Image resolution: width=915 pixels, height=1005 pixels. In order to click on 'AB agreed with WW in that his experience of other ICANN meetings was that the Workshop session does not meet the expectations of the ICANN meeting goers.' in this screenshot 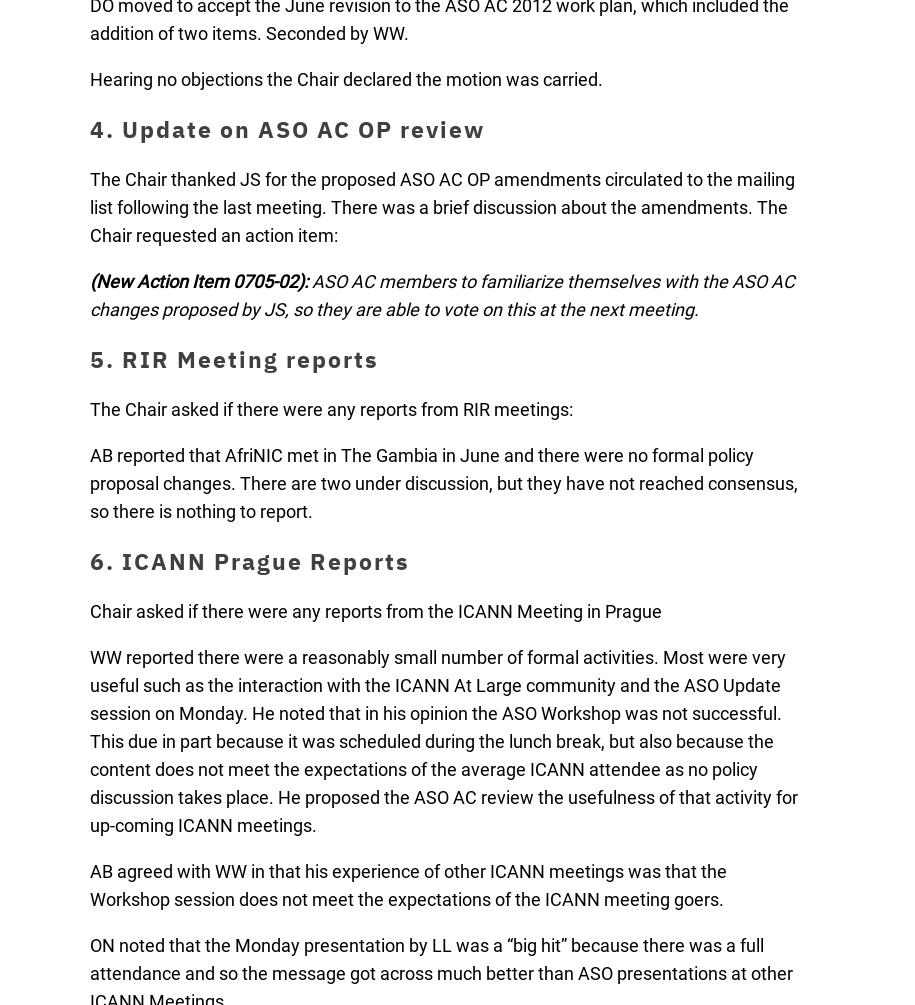, I will do `click(408, 884)`.